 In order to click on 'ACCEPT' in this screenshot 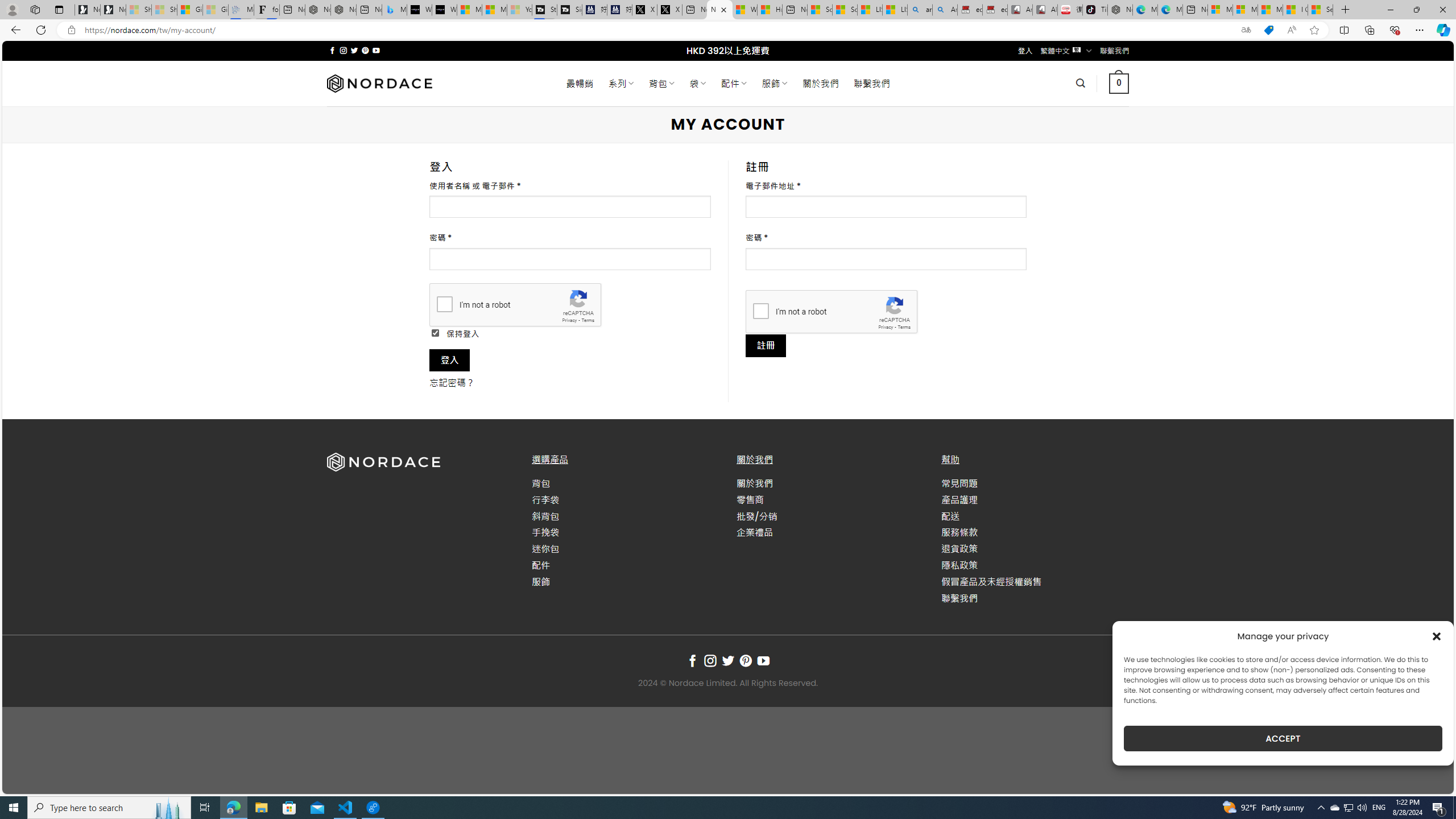, I will do `click(1283, 738)`.